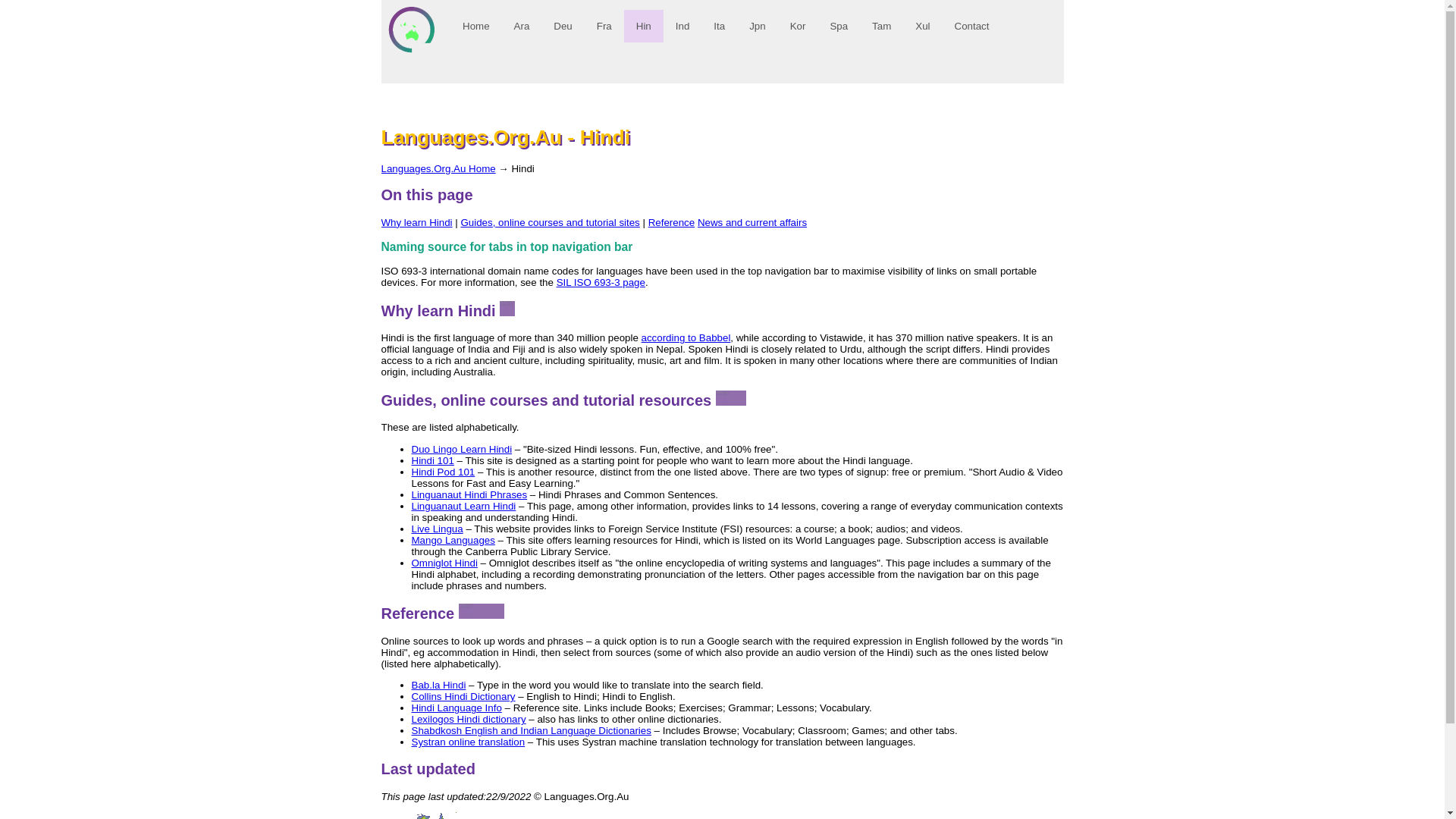 The height and width of the screenshot is (819, 1456). Describe the element at coordinates (437, 168) in the screenshot. I see `'Languages.Org.Au Home'` at that location.